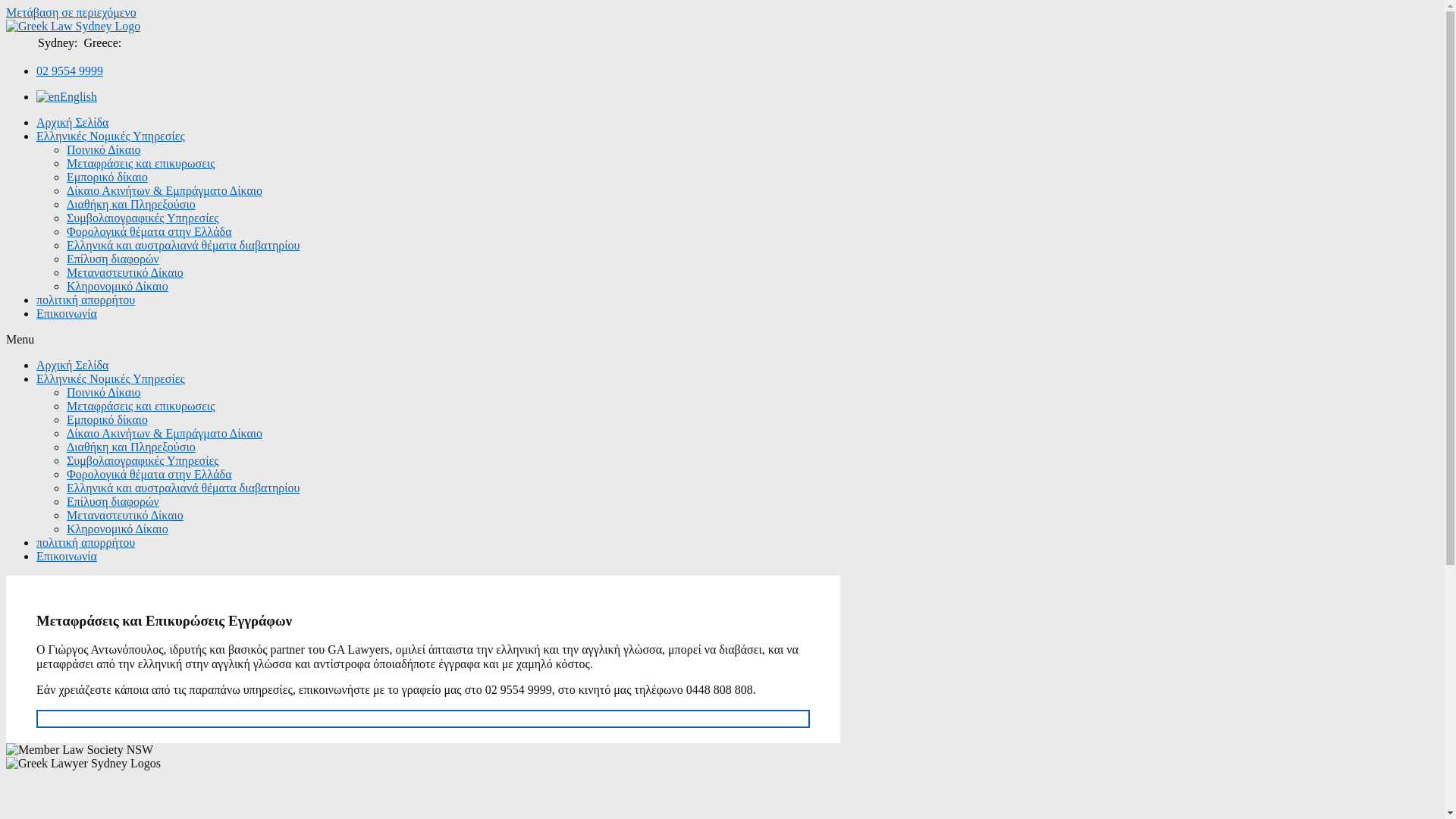 This screenshot has width=1456, height=819. What do you see at coordinates (36, 71) in the screenshot?
I see `'02 9554 9999'` at bounding box center [36, 71].